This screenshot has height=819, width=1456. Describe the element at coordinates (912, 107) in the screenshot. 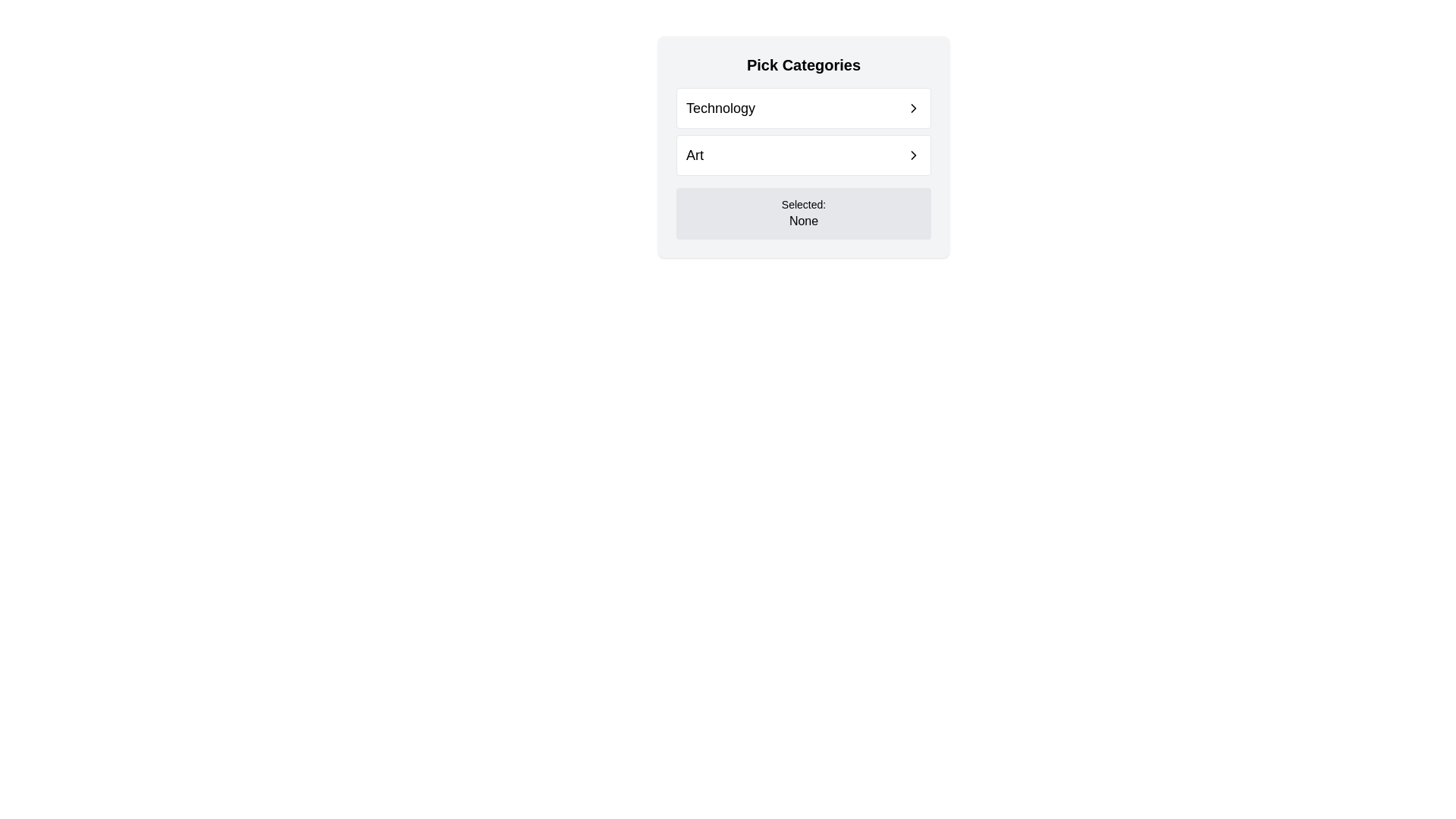

I see `the right-pointing chevron icon in the 'Technology' row of the 'Pick Categories' interface panel` at that location.